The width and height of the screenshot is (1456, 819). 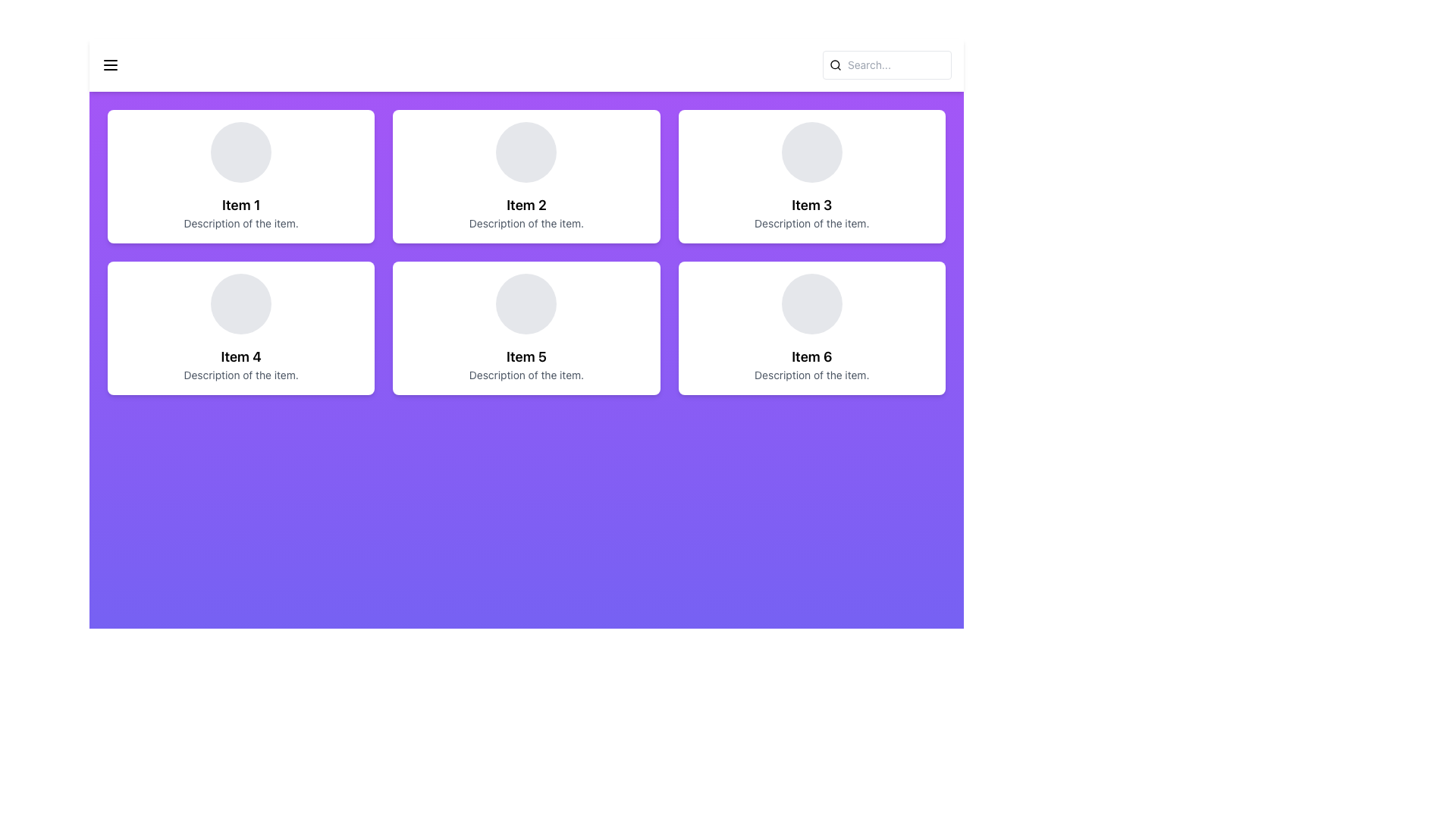 I want to click on the text label displaying 'Description of the item.' located beneath the heading 'Item 2' within its card, so click(x=526, y=223).